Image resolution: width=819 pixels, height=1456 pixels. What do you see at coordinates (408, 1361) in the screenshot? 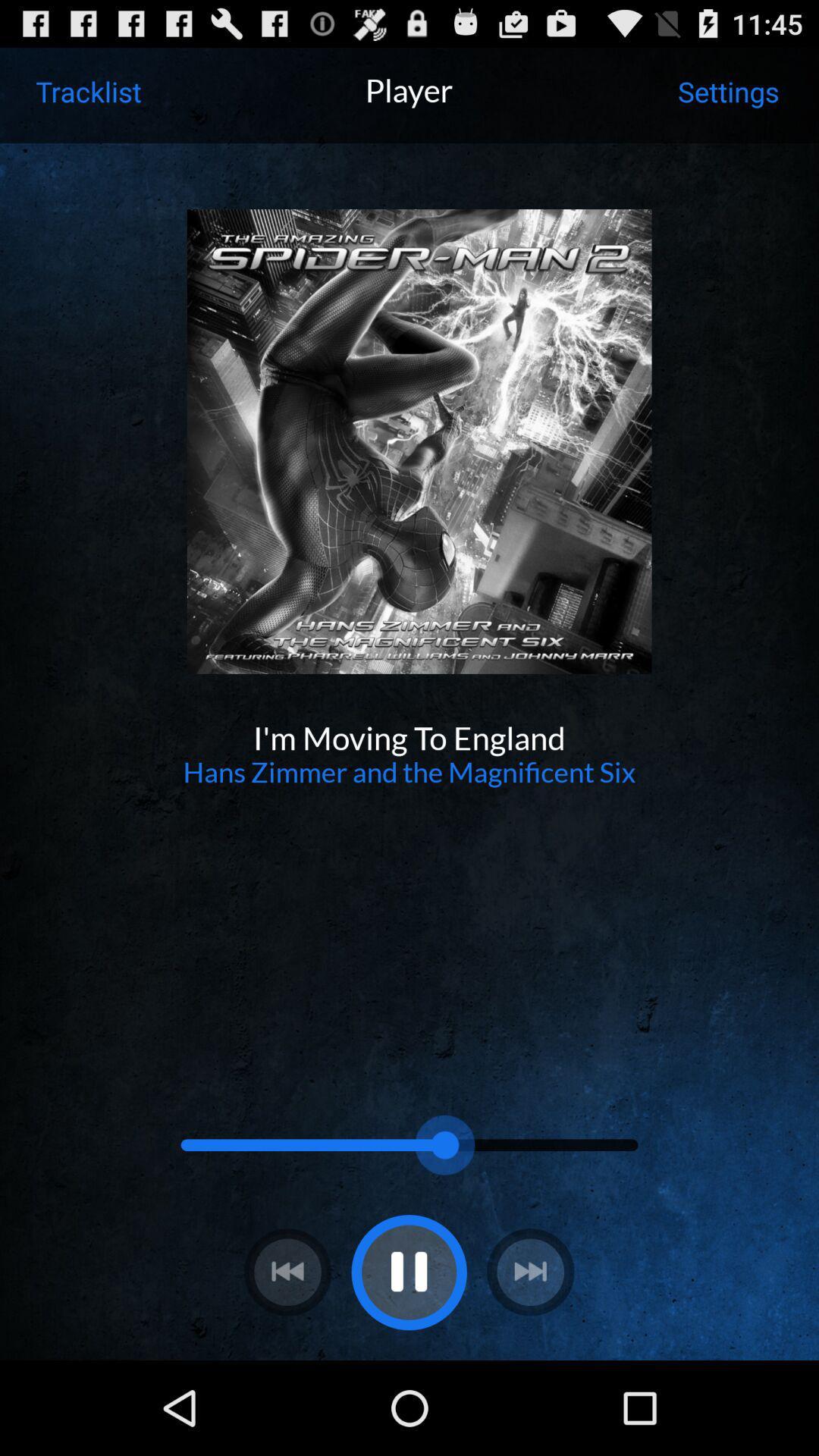
I see `the pause icon` at bounding box center [408, 1361].